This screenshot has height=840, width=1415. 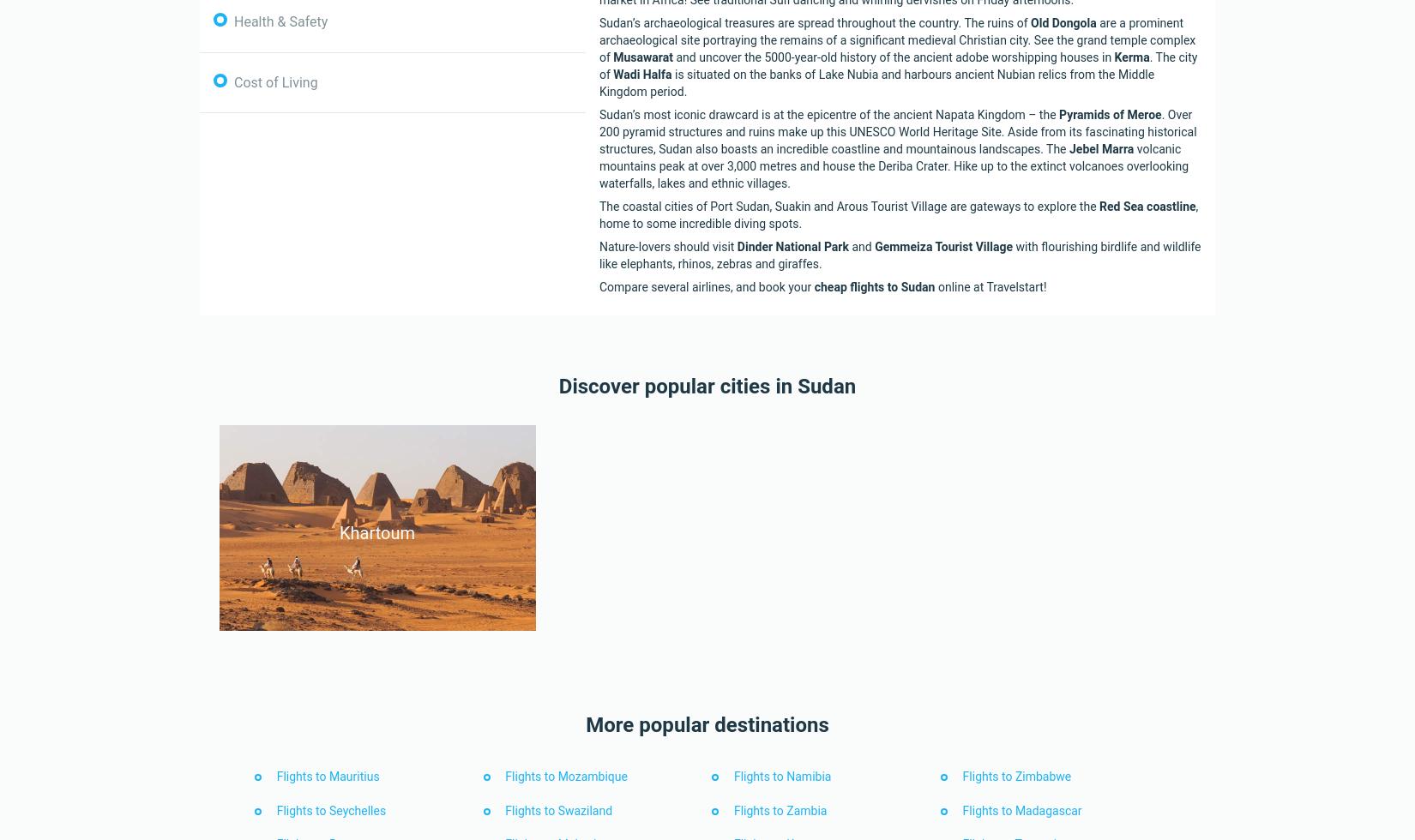 I want to click on 'Health & Safety', so click(x=234, y=21).